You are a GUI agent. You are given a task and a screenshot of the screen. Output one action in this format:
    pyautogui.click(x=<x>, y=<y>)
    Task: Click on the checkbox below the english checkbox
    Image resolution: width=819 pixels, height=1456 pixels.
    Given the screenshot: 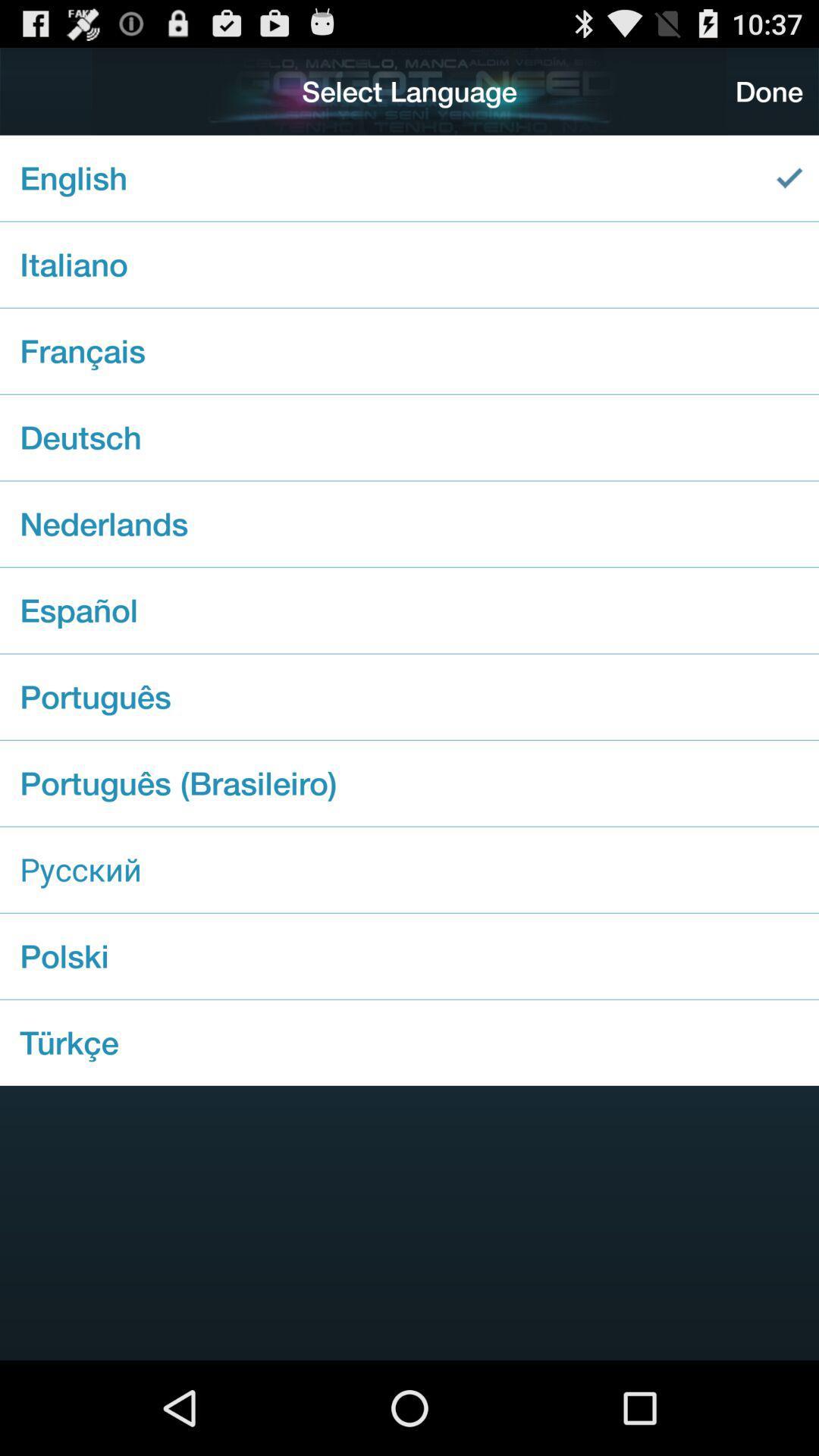 What is the action you would take?
    pyautogui.click(x=409, y=265)
    